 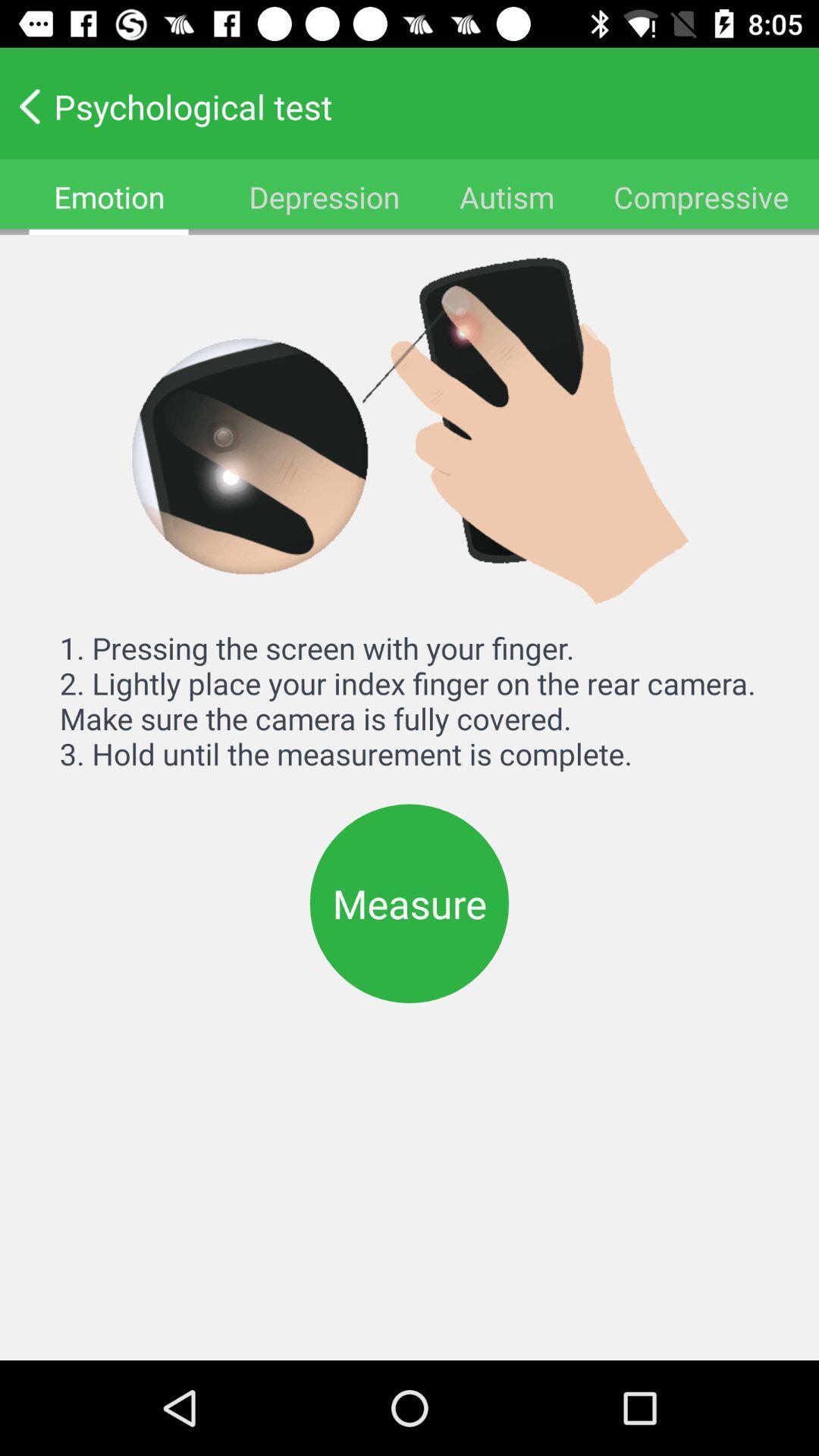 What do you see at coordinates (323, 196) in the screenshot?
I see `the item below the psychological test icon` at bounding box center [323, 196].